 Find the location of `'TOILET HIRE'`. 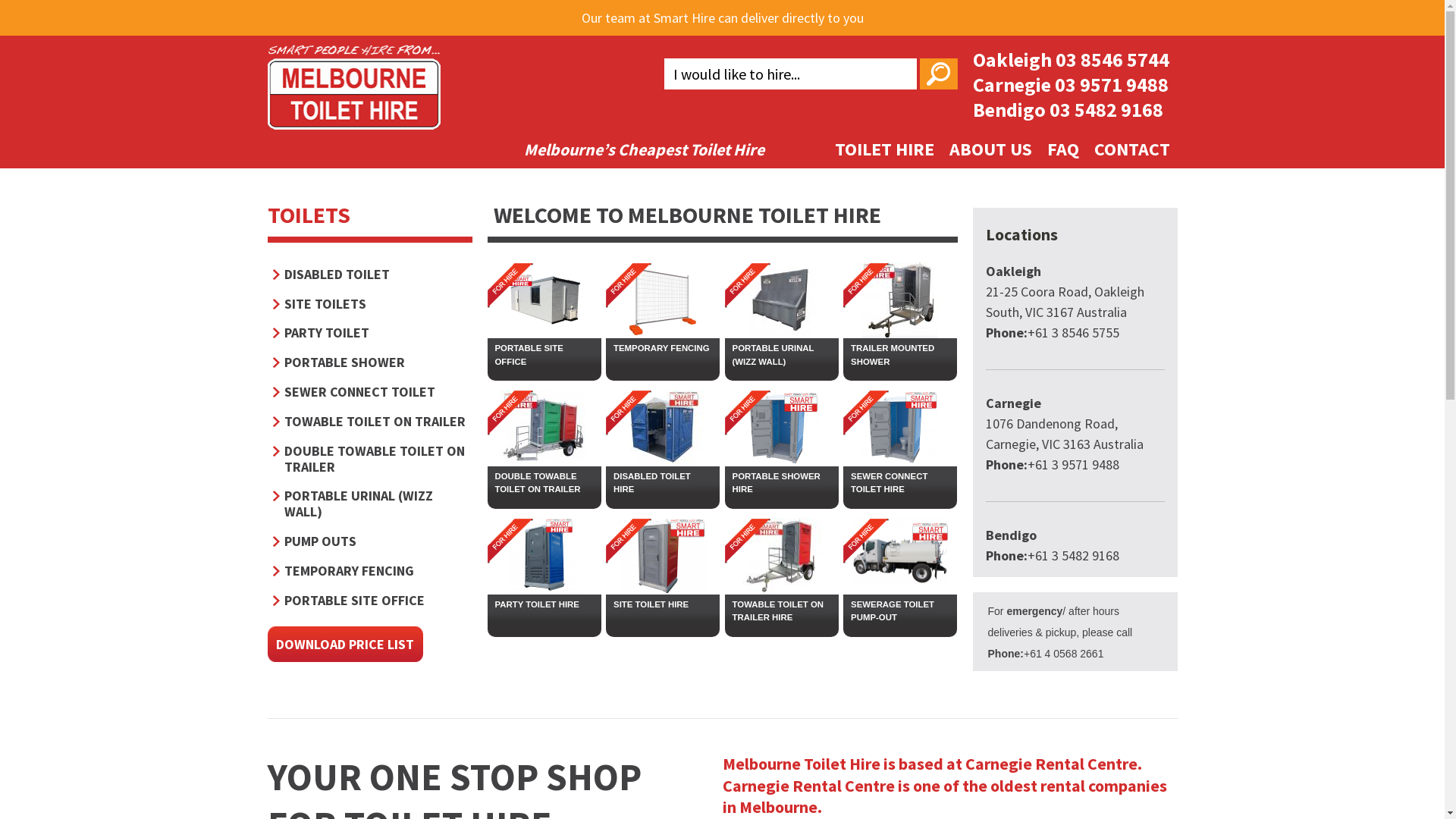

'TOILET HIRE' is located at coordinates (883, 149).